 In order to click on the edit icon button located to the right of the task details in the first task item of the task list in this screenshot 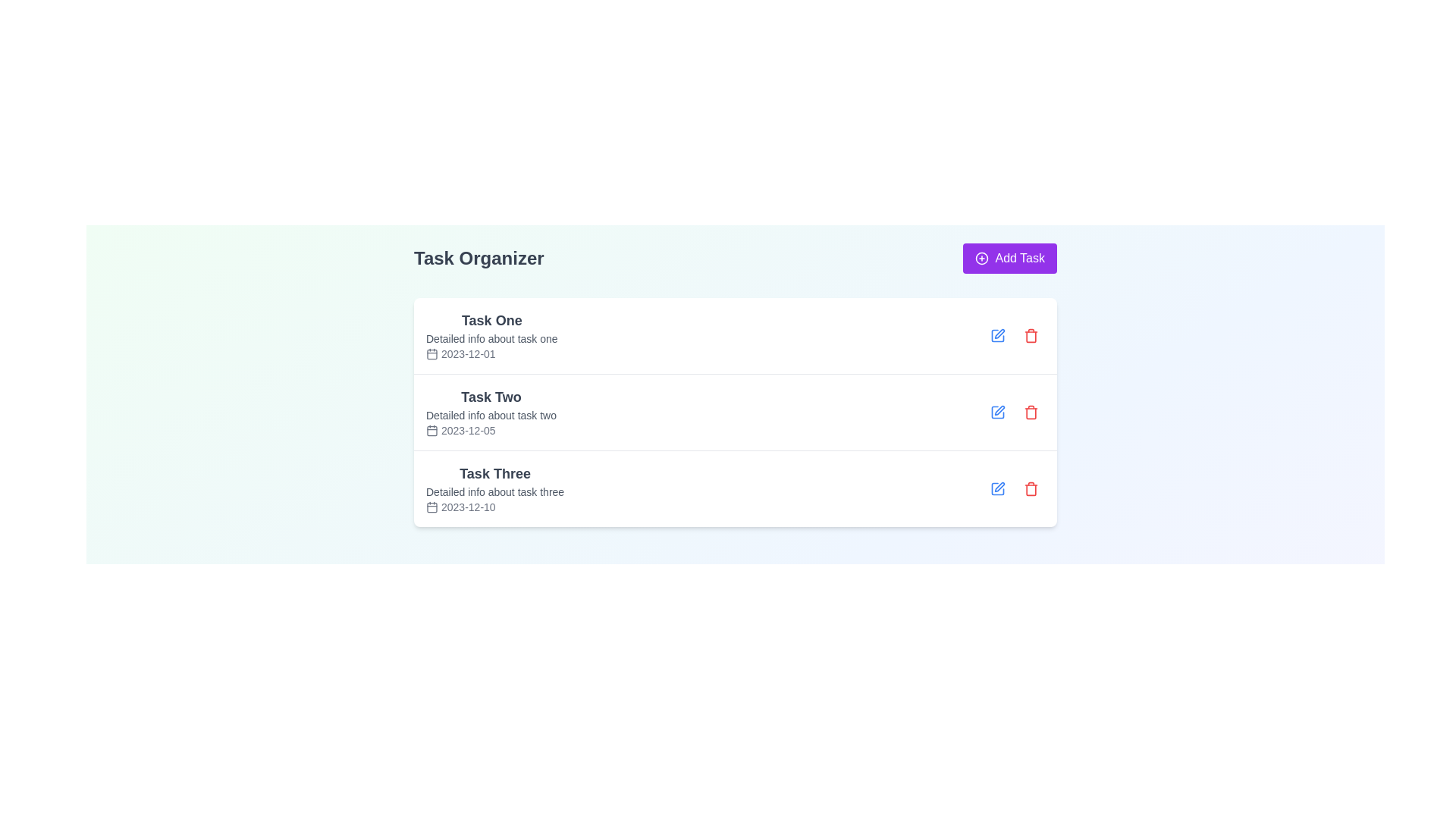, I will do `click(997, 335)`.